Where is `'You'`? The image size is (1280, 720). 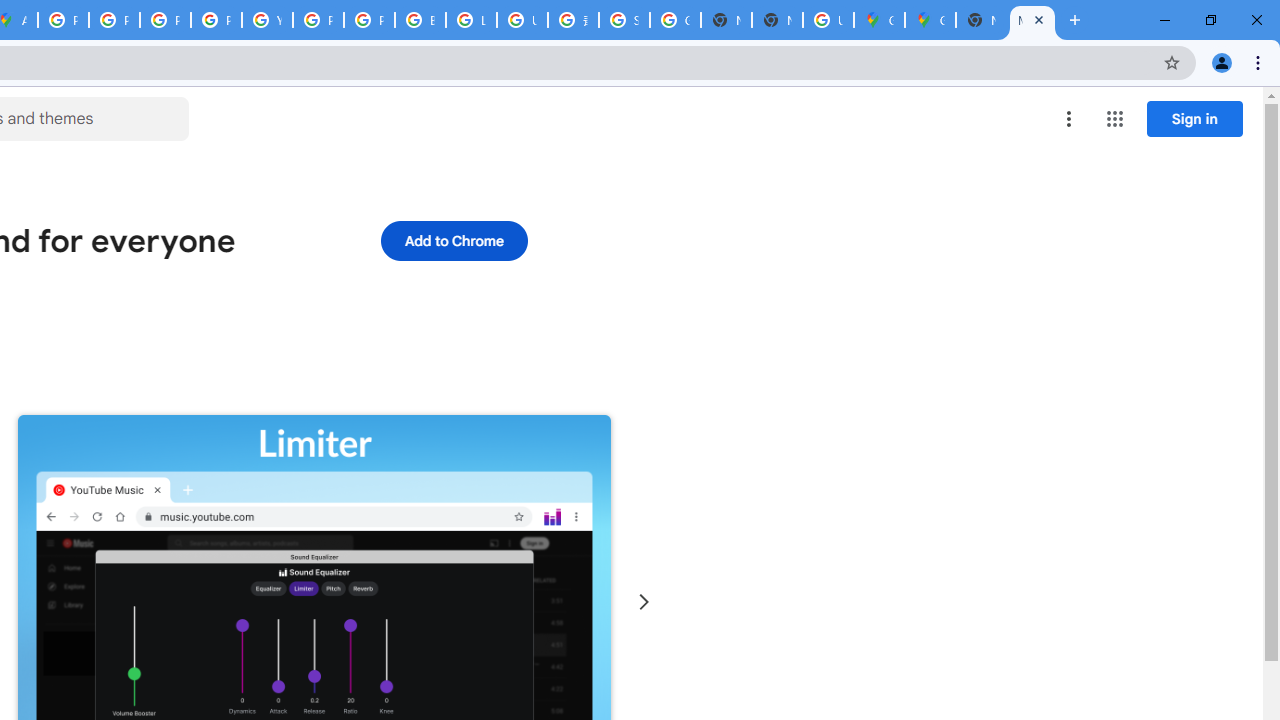 'You' is located at coordinates (1220, 61).